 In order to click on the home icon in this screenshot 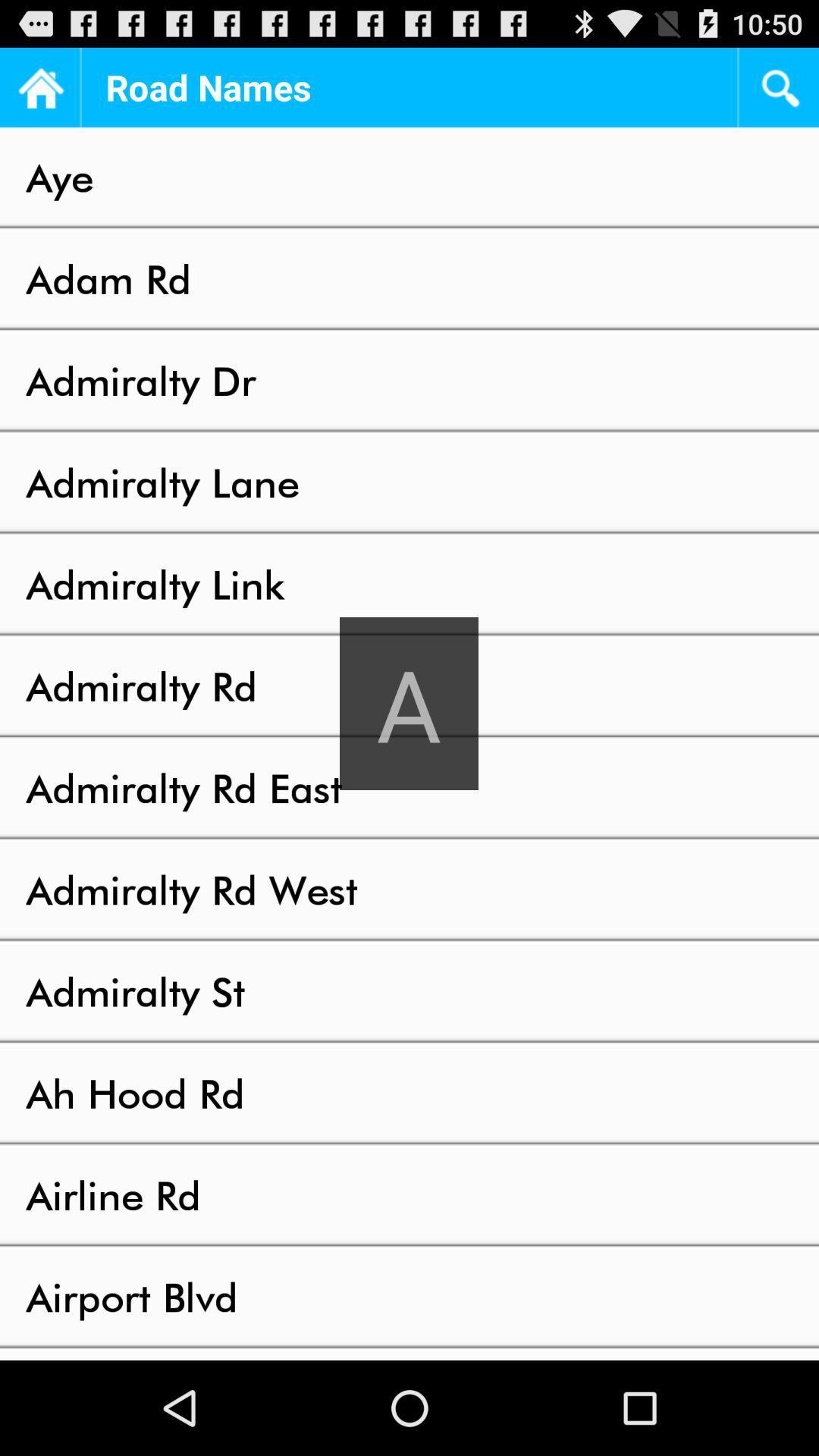, I will do `click(39, 93)`.